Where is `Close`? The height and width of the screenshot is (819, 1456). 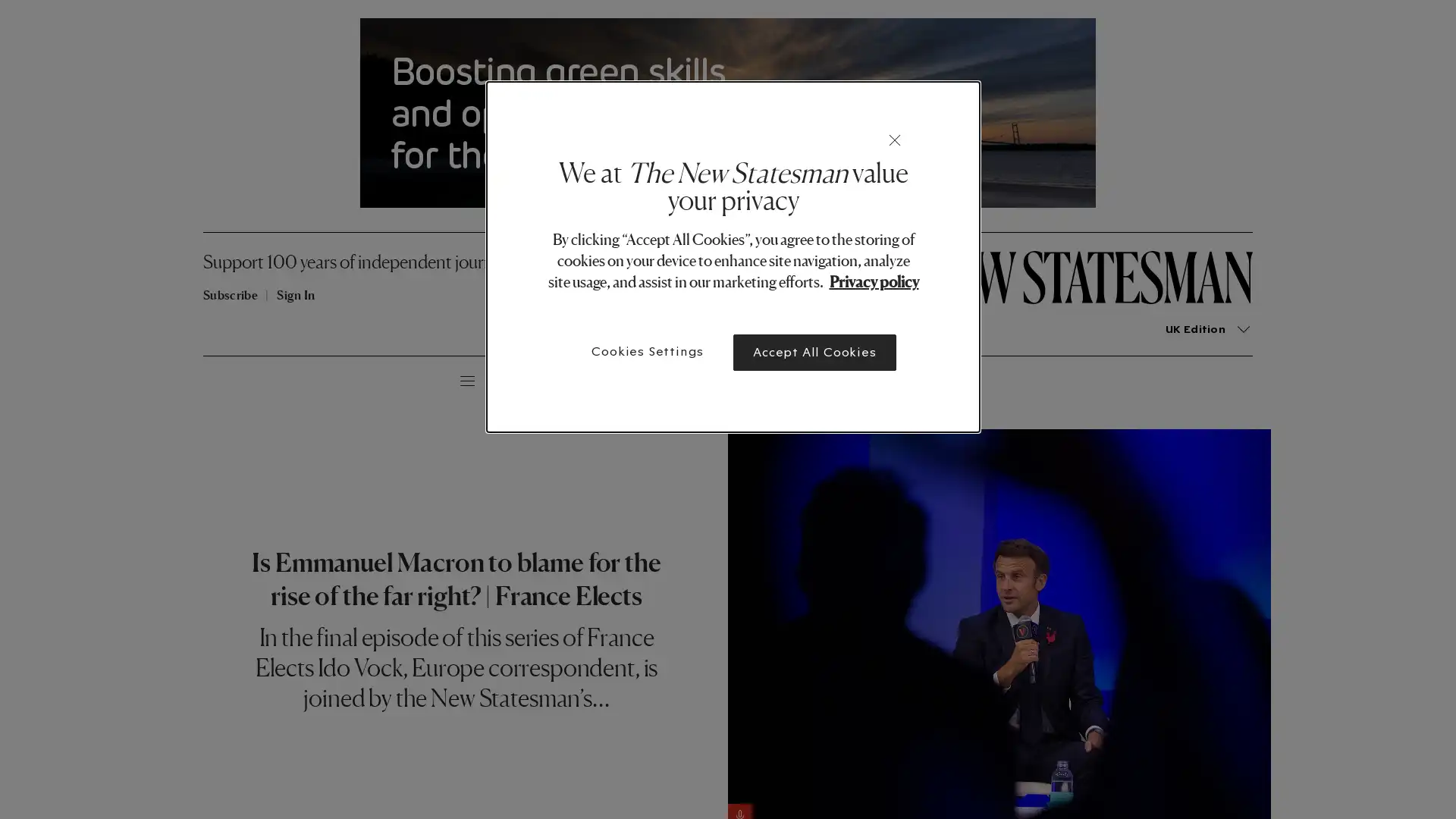
Close is located at coordinates (895, 140).